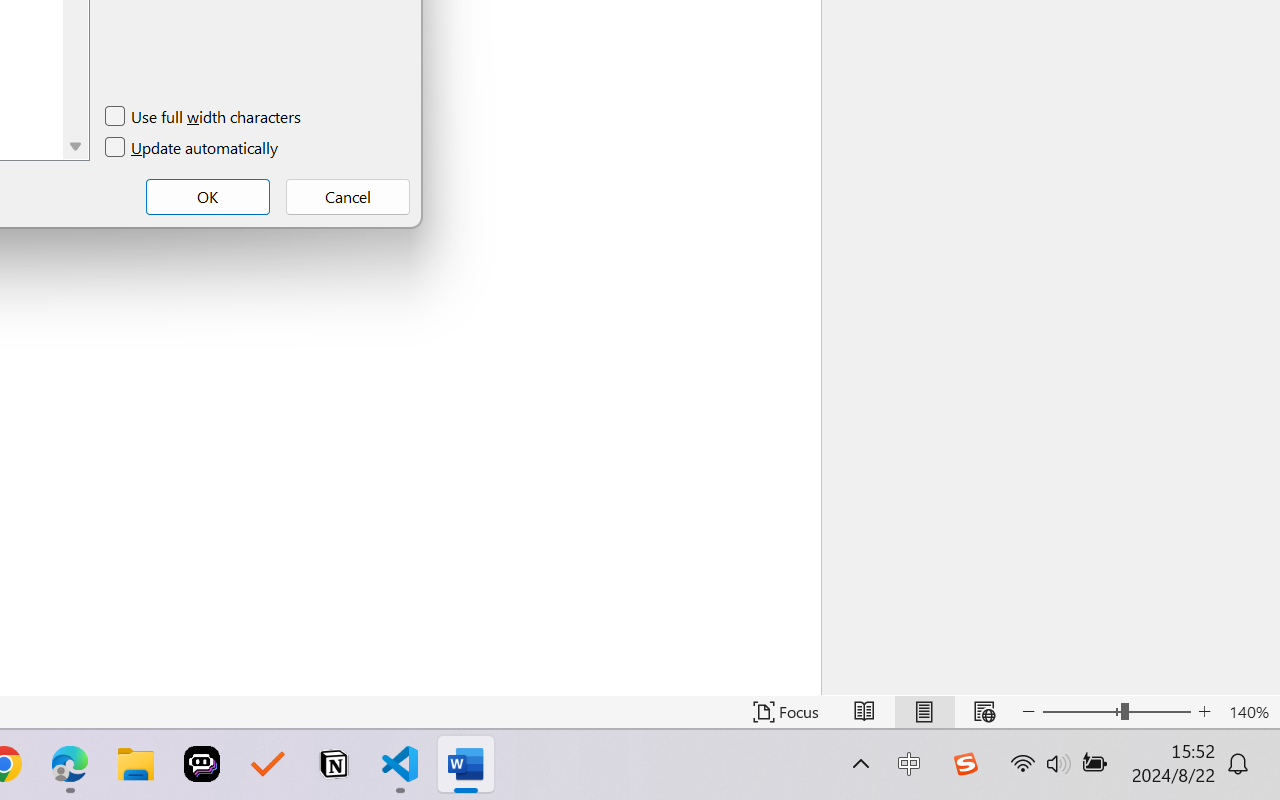  What do you see at coordinates (1115, 711) in the screenshot?
I see `'Zoom'` at bounding box center [1115, 711].